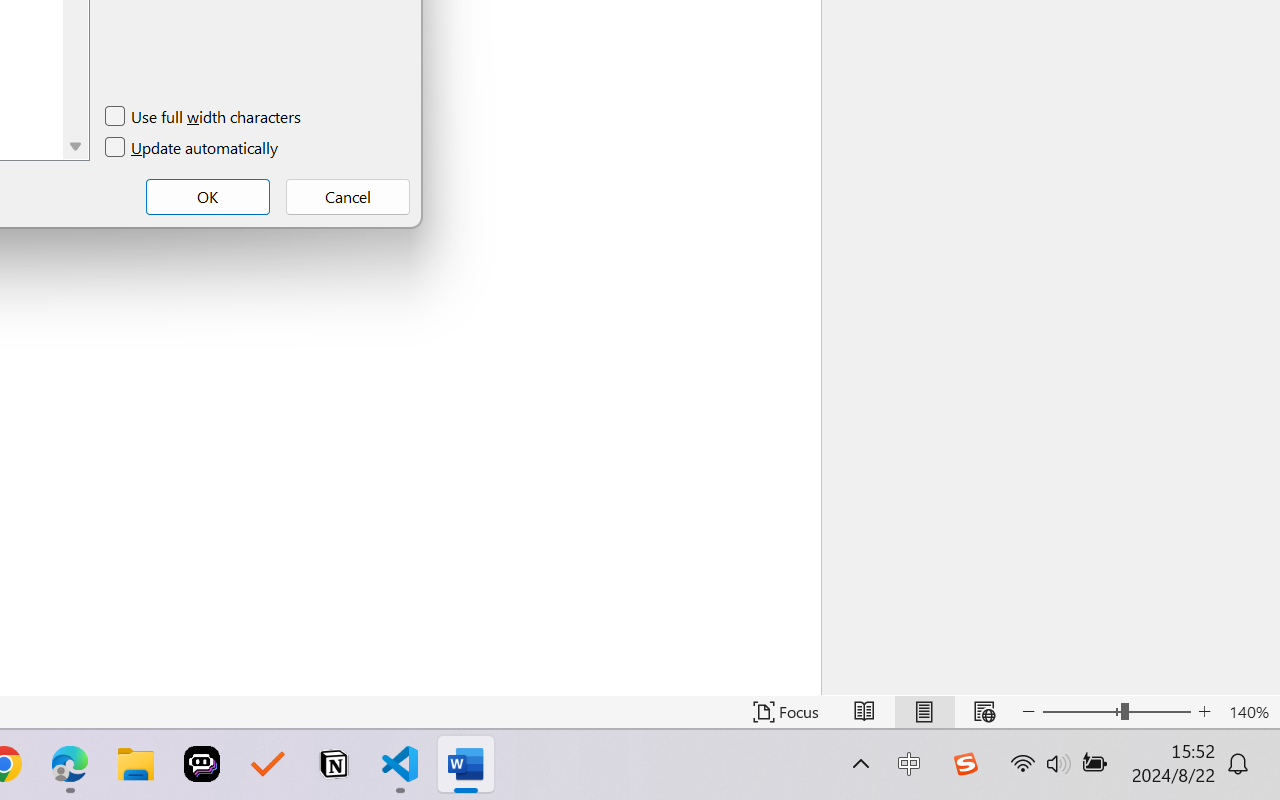  What do you see at coordinates (1115, 711) in the screenshot?
I see `'Zoom'` at bounding box center [1115, 711].